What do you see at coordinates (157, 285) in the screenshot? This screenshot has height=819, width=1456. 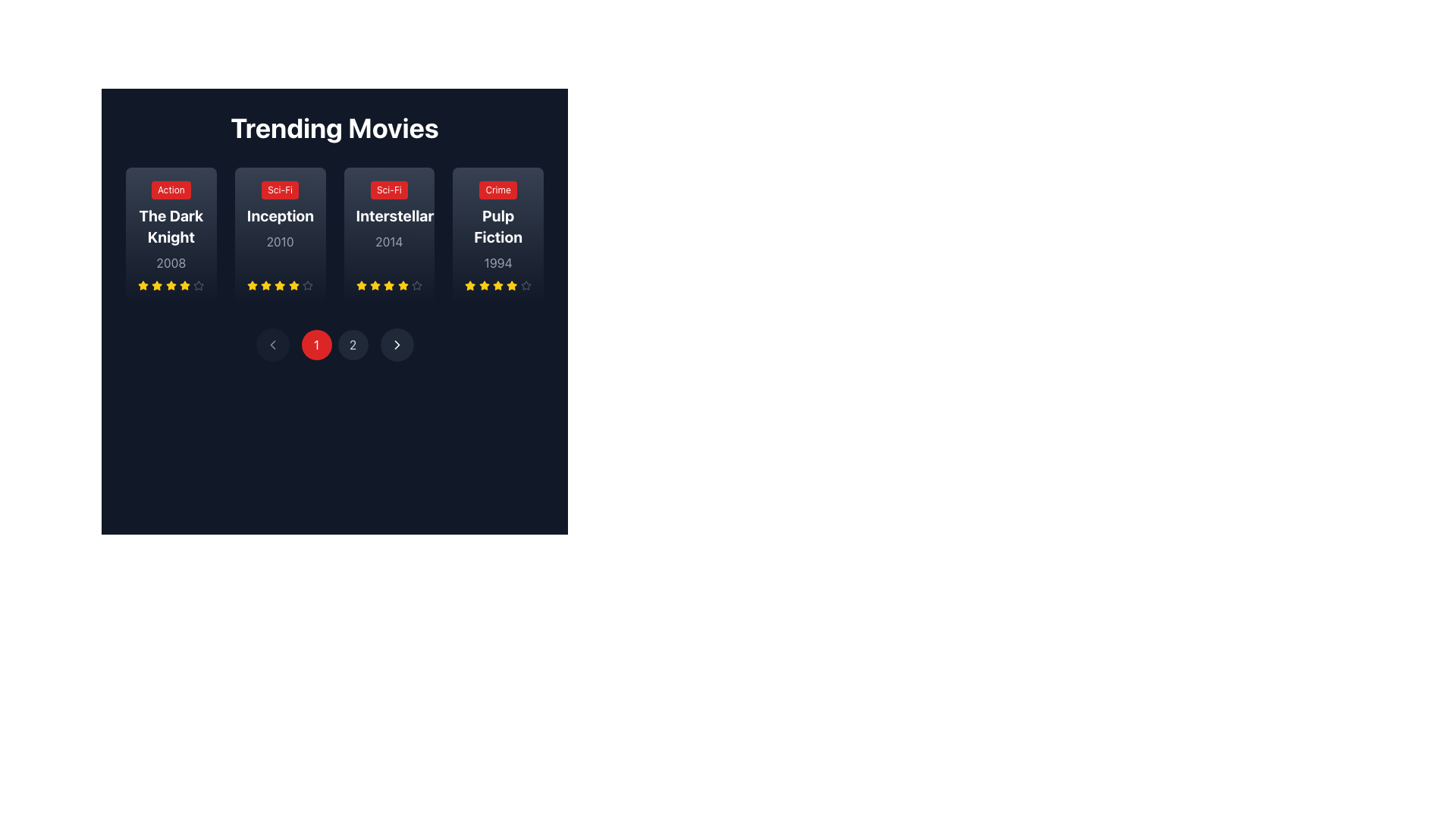 I see `the first rating star icon for 'The Dark Knight' movie, which is a vibrant yellow star-shaped icon located in the bottom section of the rating component` at bounding box center [157, 285].